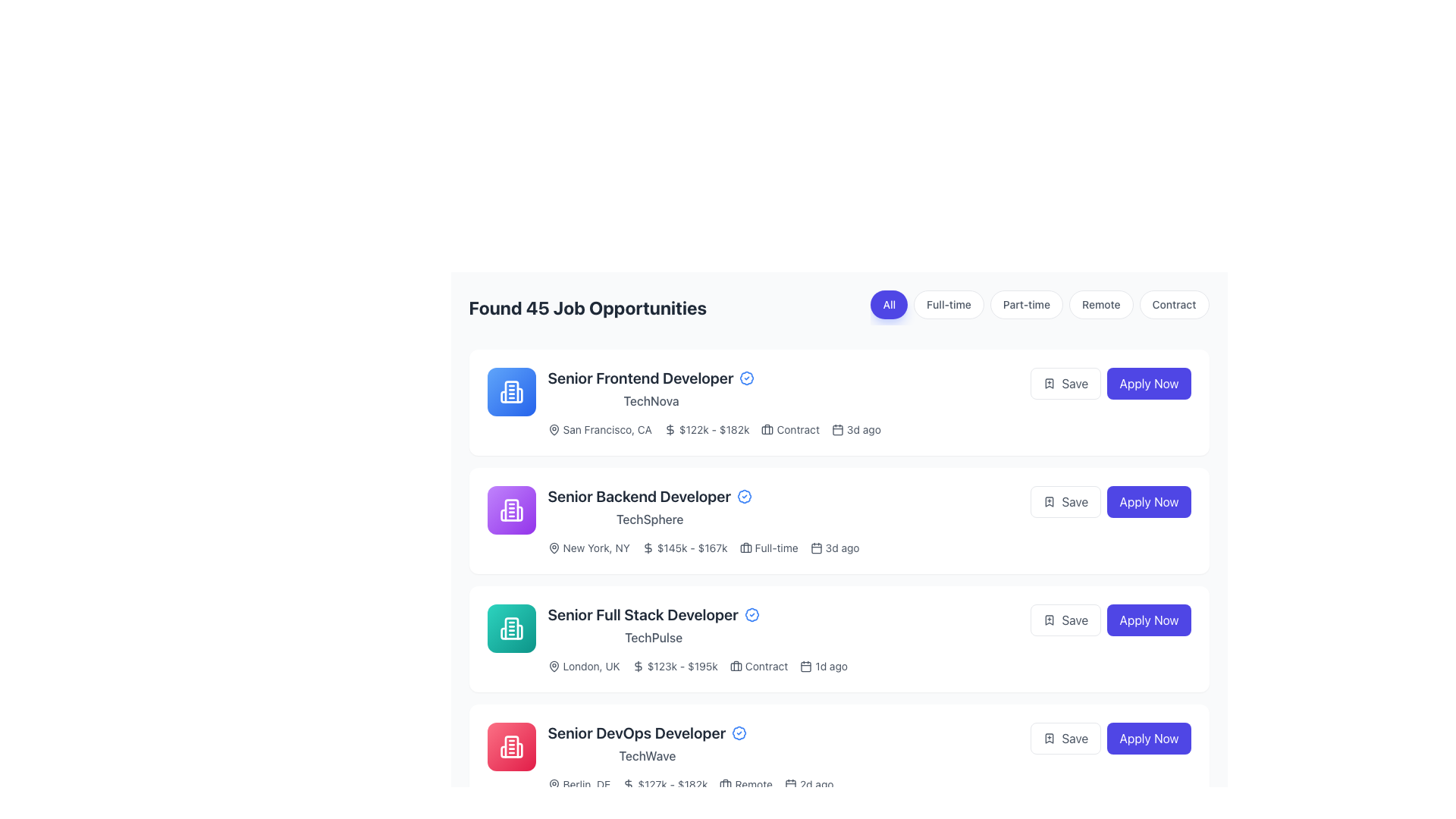  Describe the element at coordinates (747, 377) in the screenshot. I see `the circular badge icon with a checkmark symbol next to the title 'Senior Frontend Developer' in the job listing for 'TechNova'` at that location.